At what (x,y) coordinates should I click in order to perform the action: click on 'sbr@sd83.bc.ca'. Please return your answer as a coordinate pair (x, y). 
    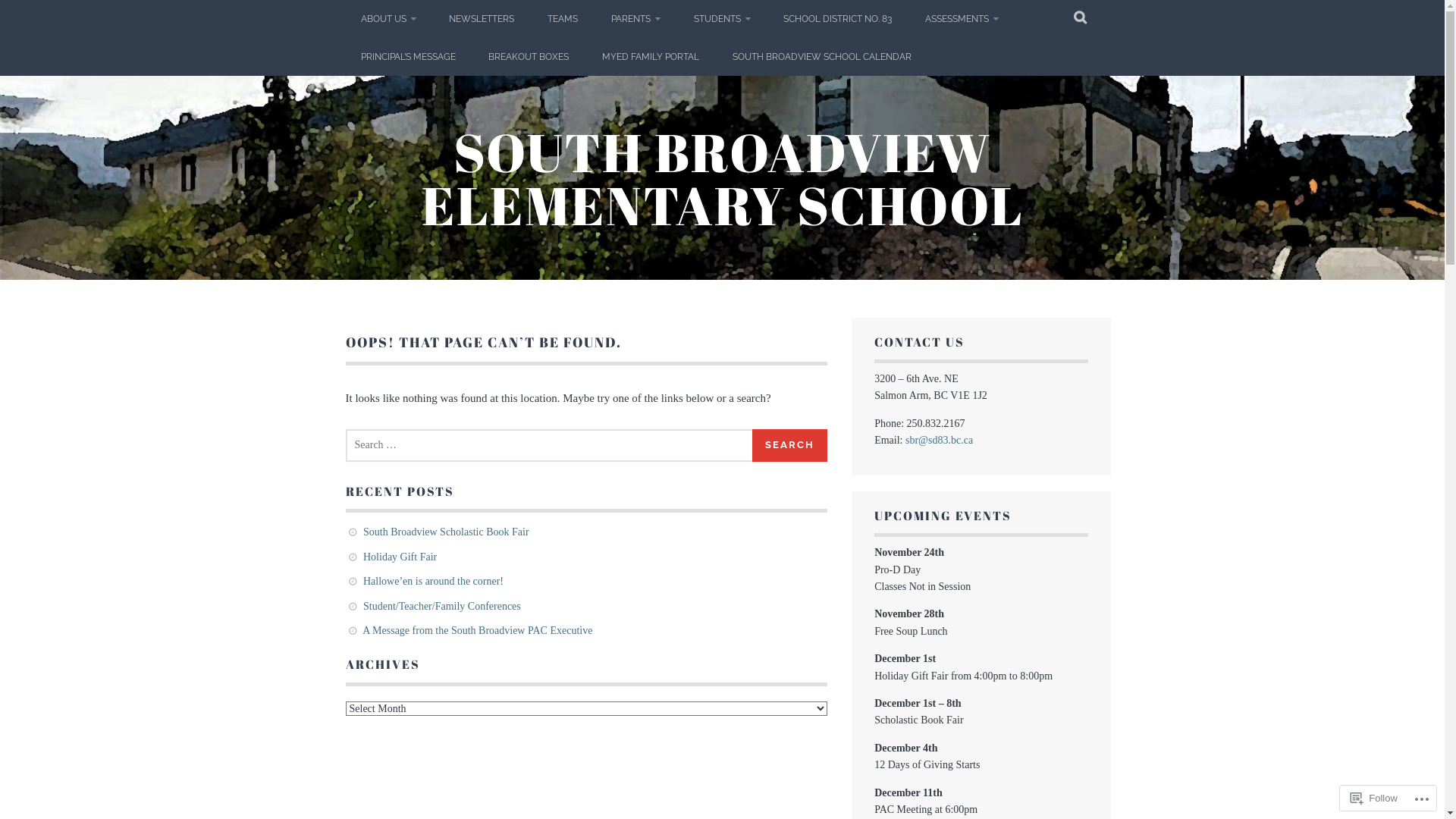
    Looking at the image, I should click on (938, 440).